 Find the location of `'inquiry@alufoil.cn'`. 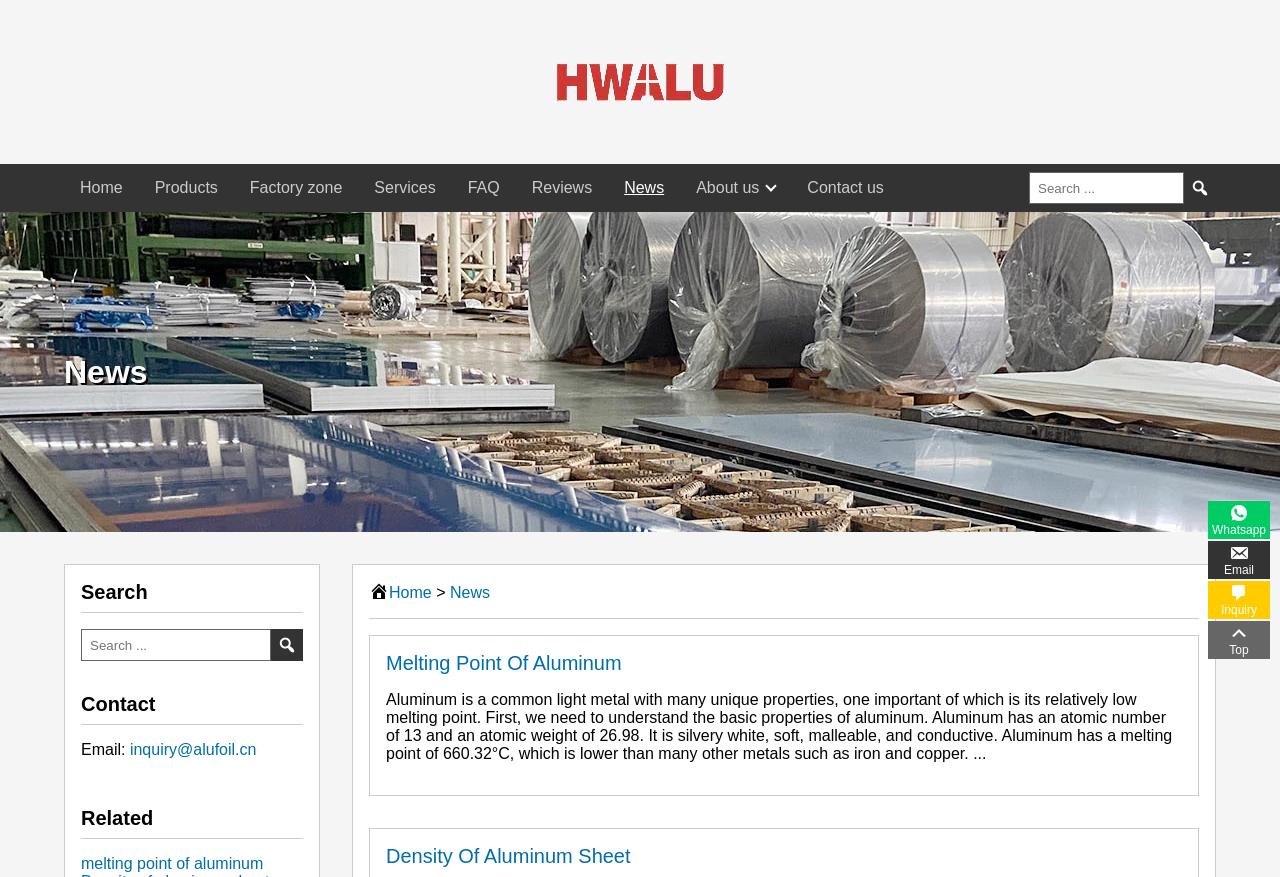

'inquiry@alufoil.cn' is located at coordinates (192, 749).